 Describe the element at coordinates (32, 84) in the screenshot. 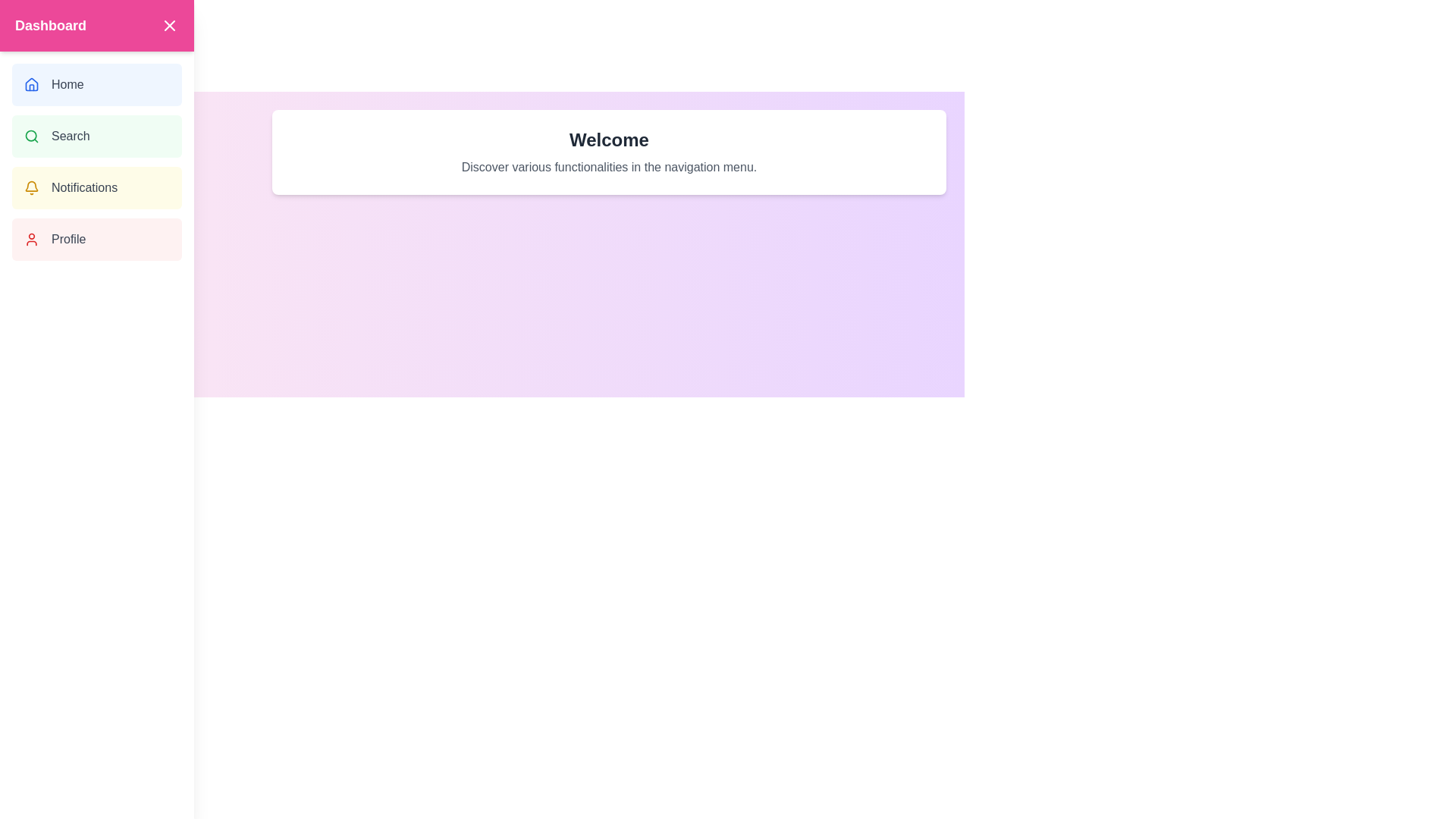

I see `the home icon in the navigation menu` at that location.